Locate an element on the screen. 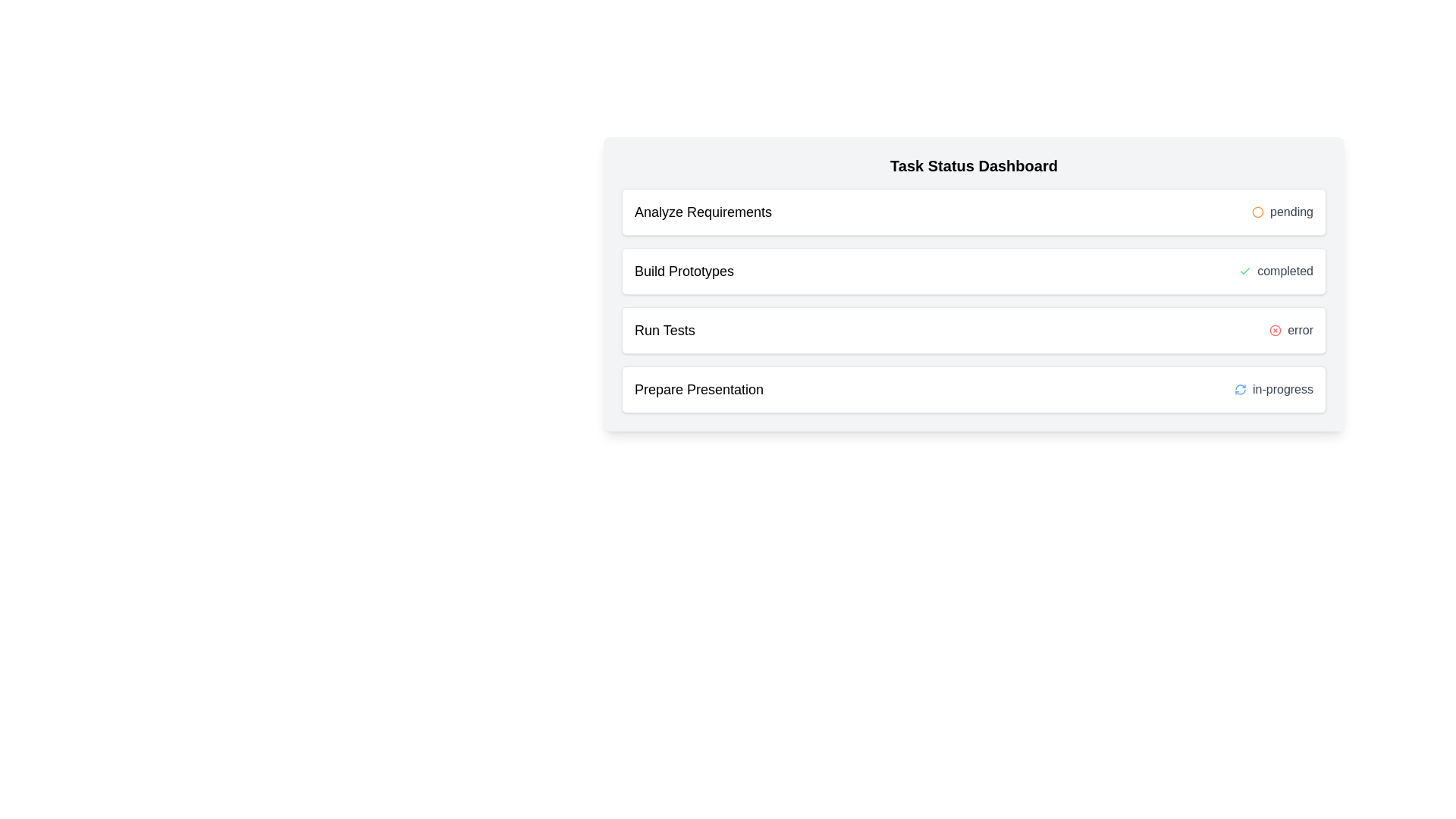  the circular icon that represents the 'pending' status of the associated task in the dashboard, located to the left of the 'pending' label in the first row of the task list is located at coordinates (1258, 212).